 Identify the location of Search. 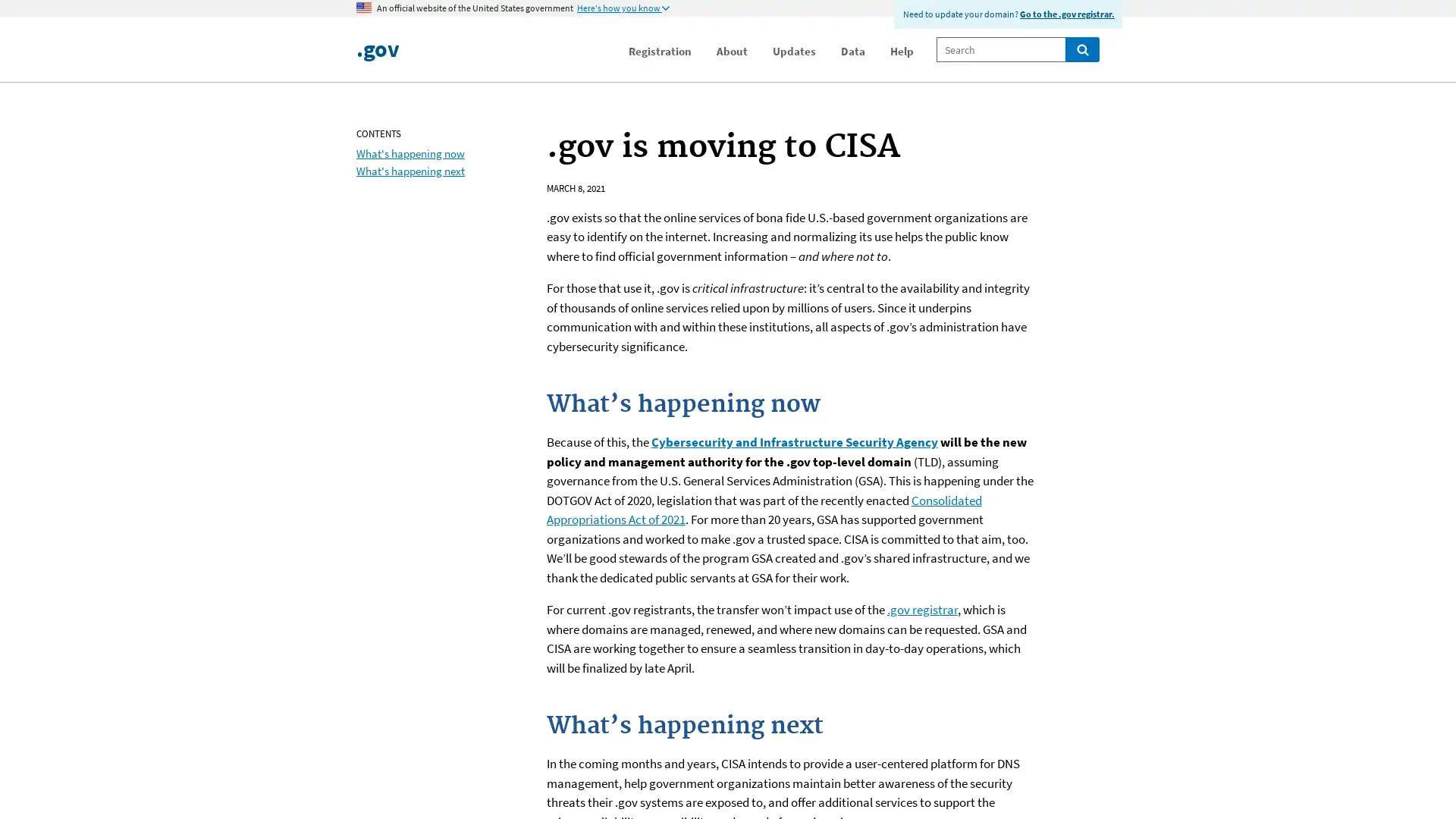
(1081, 49).